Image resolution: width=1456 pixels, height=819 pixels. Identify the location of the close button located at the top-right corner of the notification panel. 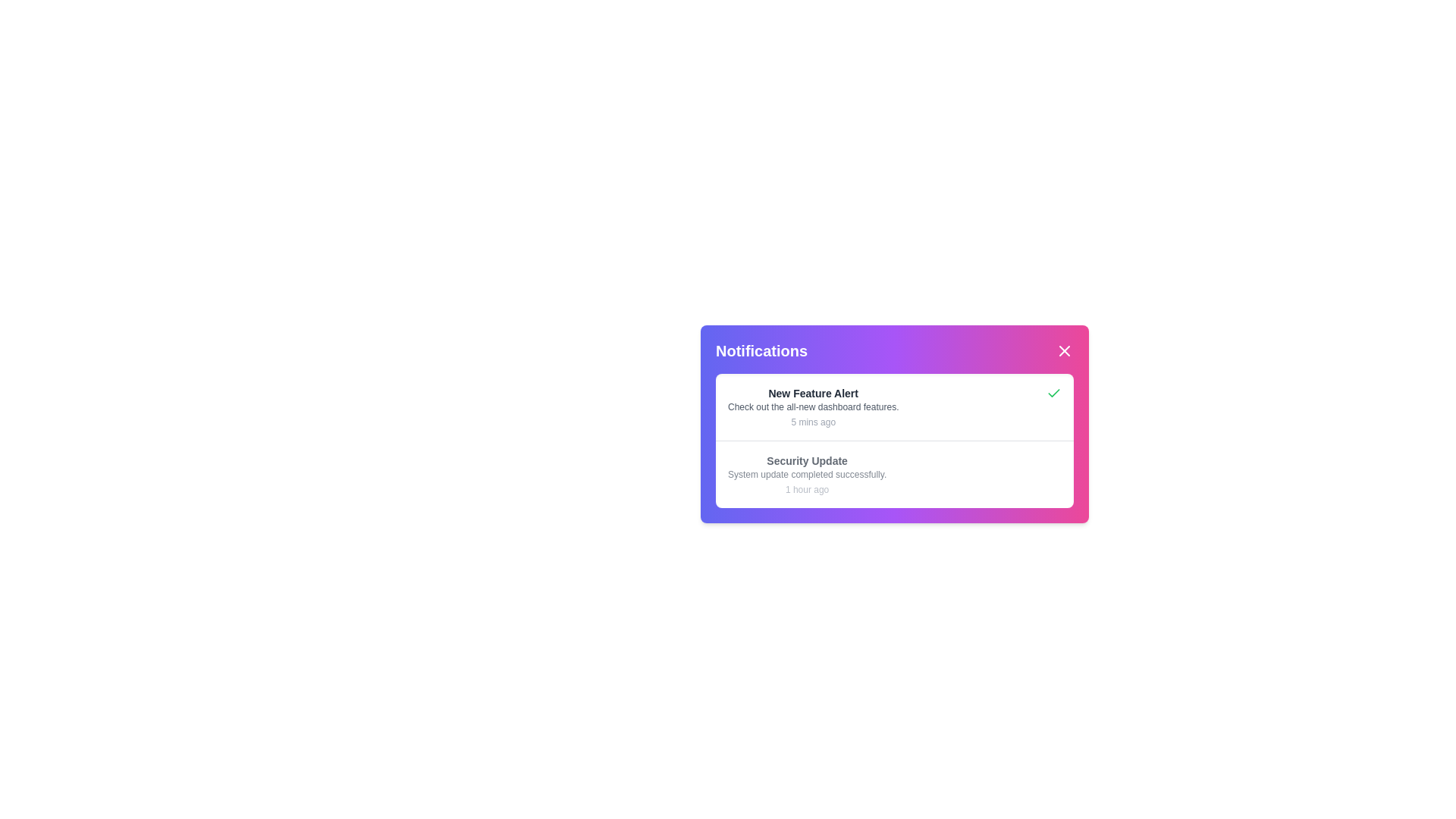
(1063, 350).